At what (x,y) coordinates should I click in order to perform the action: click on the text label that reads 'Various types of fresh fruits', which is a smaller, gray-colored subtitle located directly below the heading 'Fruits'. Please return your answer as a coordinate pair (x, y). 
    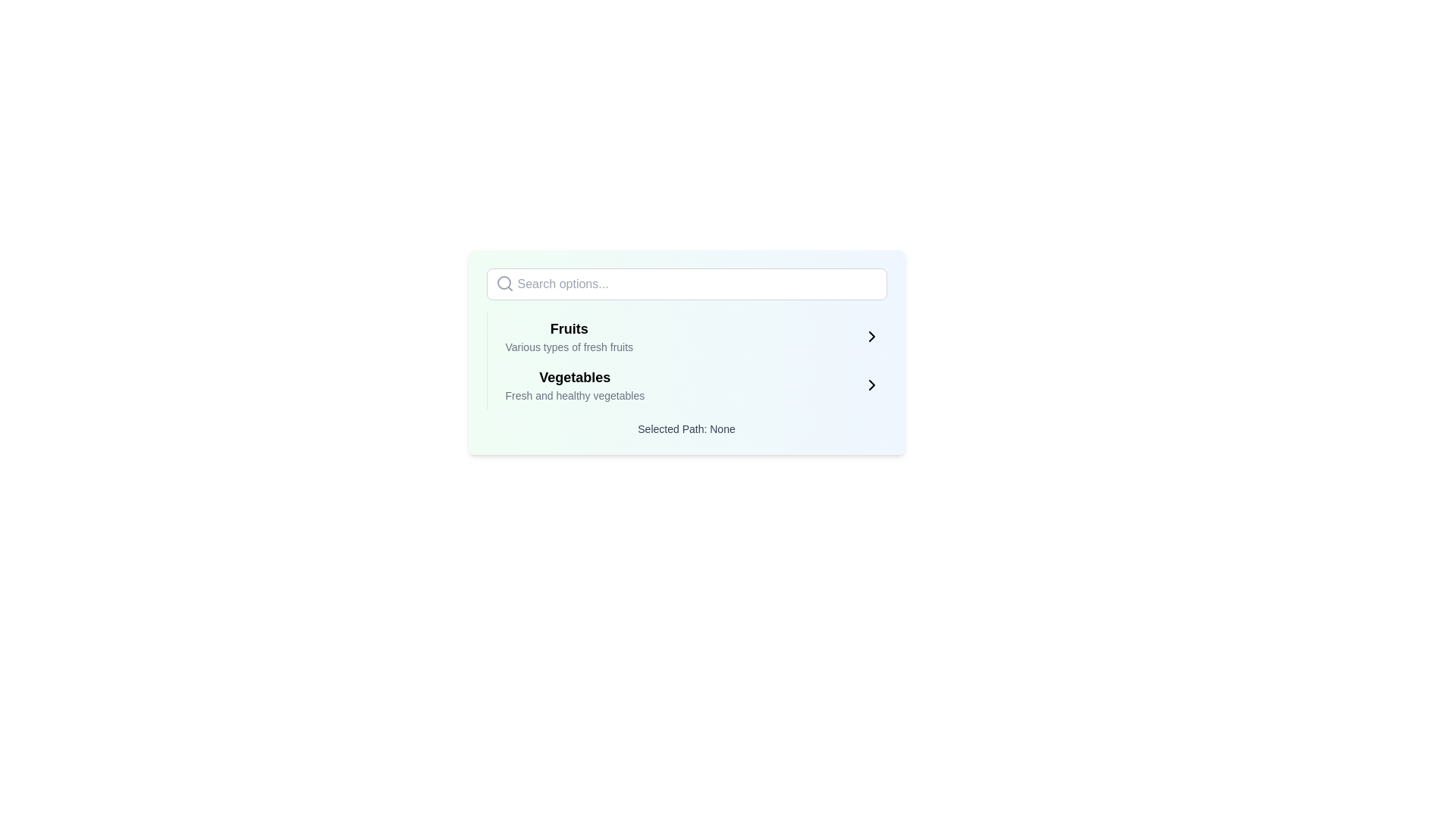
    Looking at the image, I should click on (568, 347).